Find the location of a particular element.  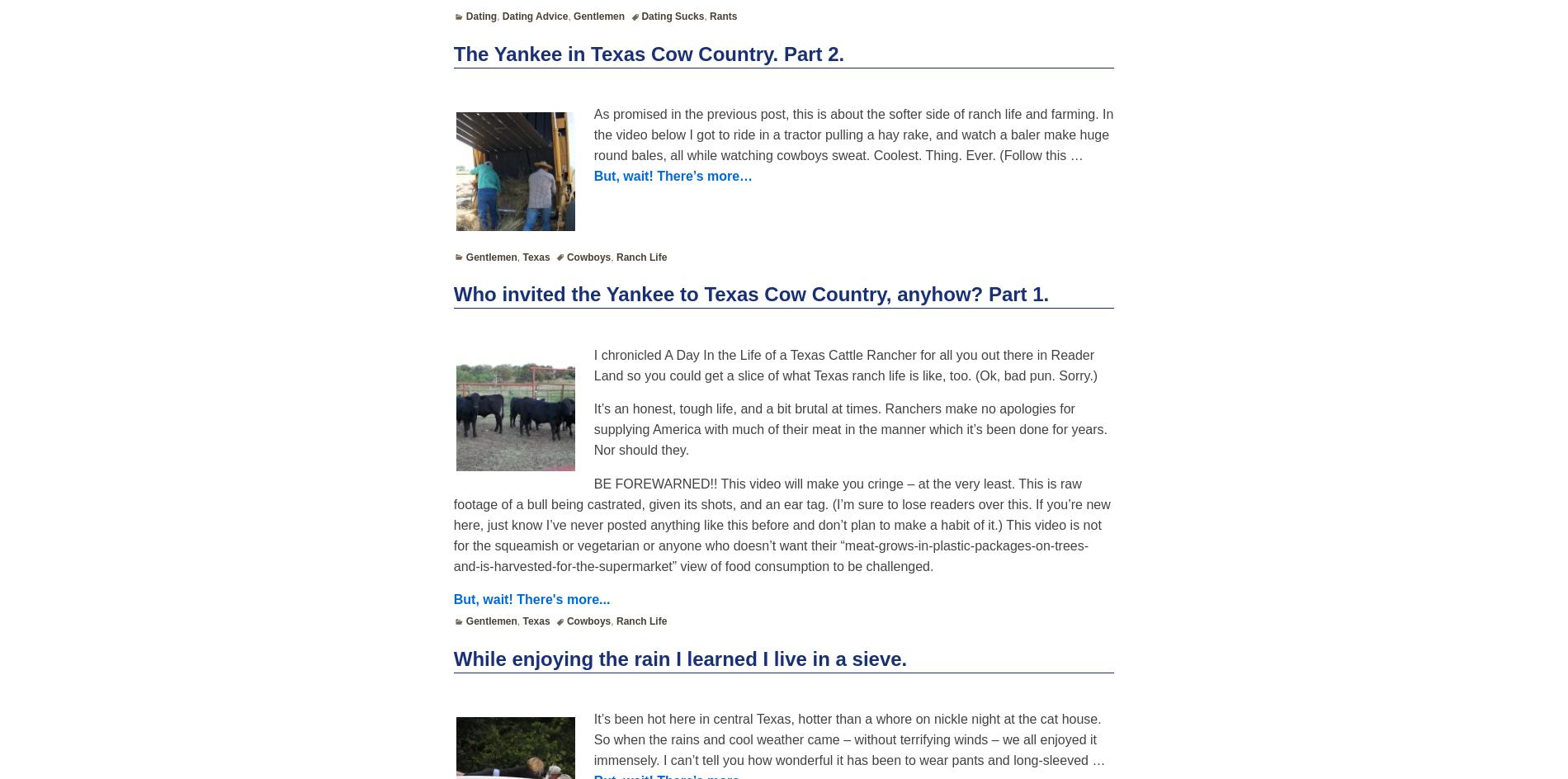

'Who invited the Yankee to Texas Cow Country, anyhow? Part 1.' is located at coordinates (749, 294).